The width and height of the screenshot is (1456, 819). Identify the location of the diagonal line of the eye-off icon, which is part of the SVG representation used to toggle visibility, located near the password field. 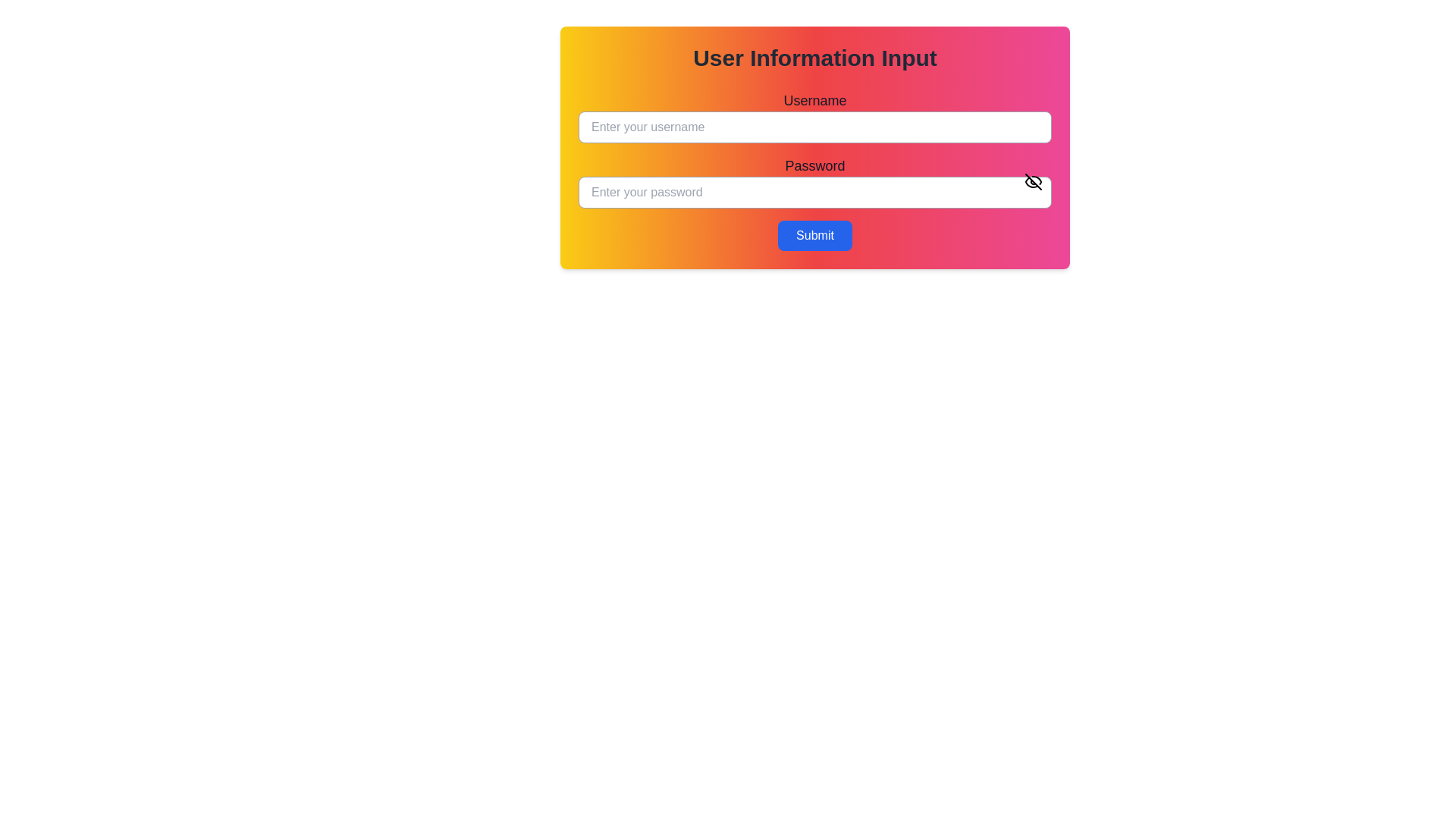
(1033, 180).